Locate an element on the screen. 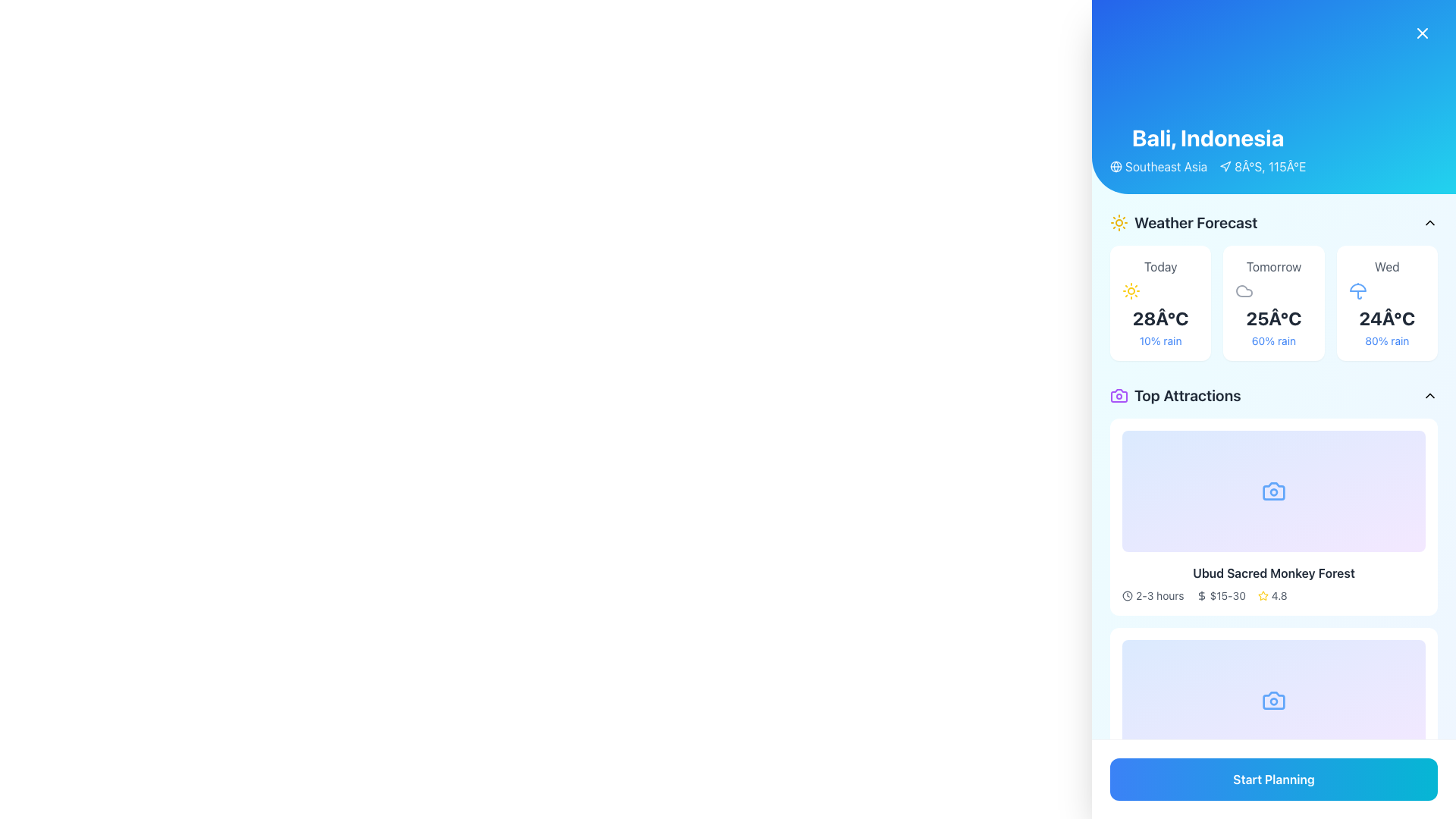 The image size is (1456, 819). the metadata element providing duration, pricing, and rating information about 'Tanah Lot Temple', located in the 'Top Attractions' section, below the title of the attraction is located at coordinates (1274, 804).